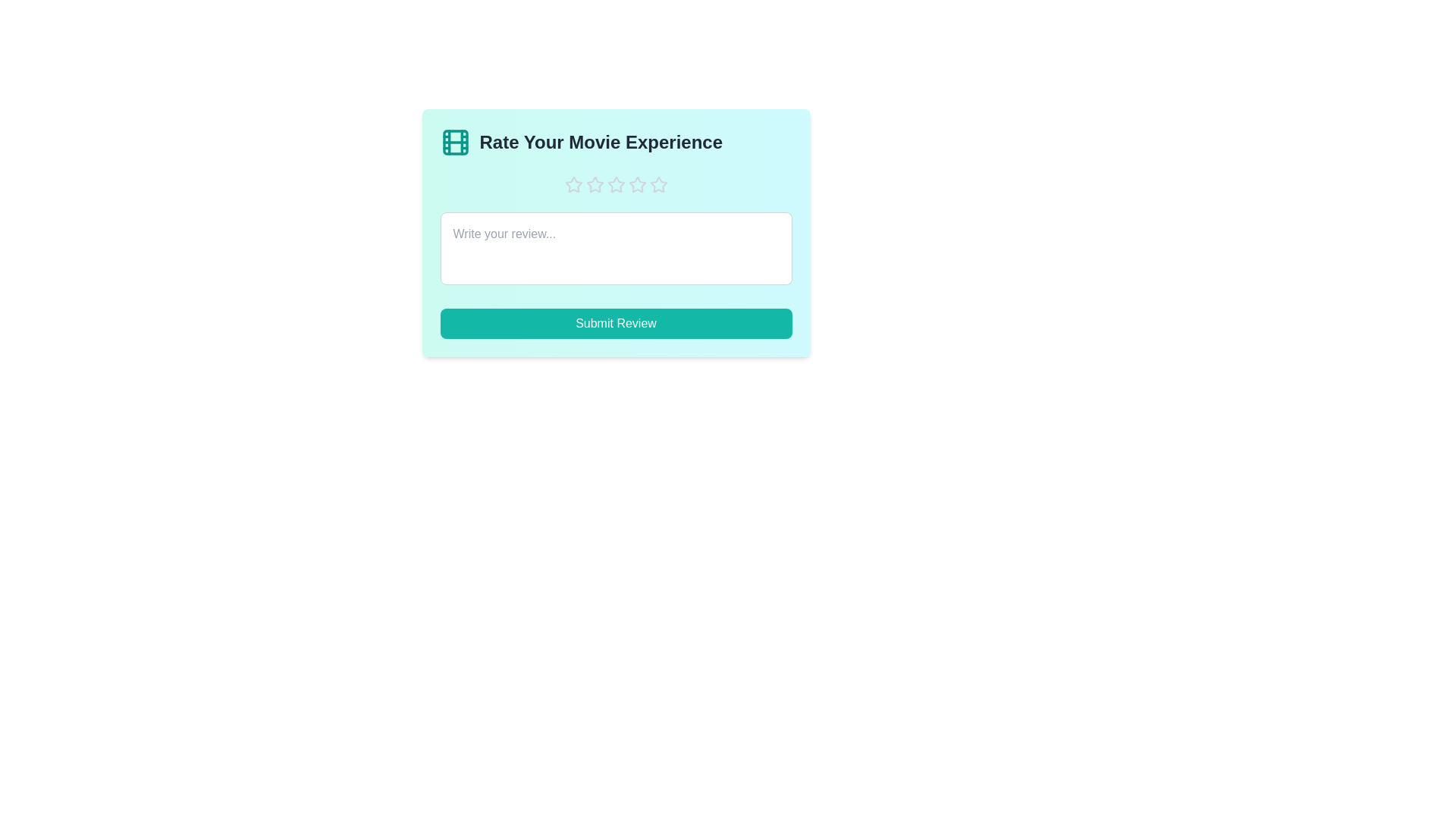 Image resolution: width=1456 pixels, height=819 pixels. What do you see at coordinates (616, 323) in the screenshot?
I see `the 'Submit Review' button to submit the review` at bounding box center [616, 323].